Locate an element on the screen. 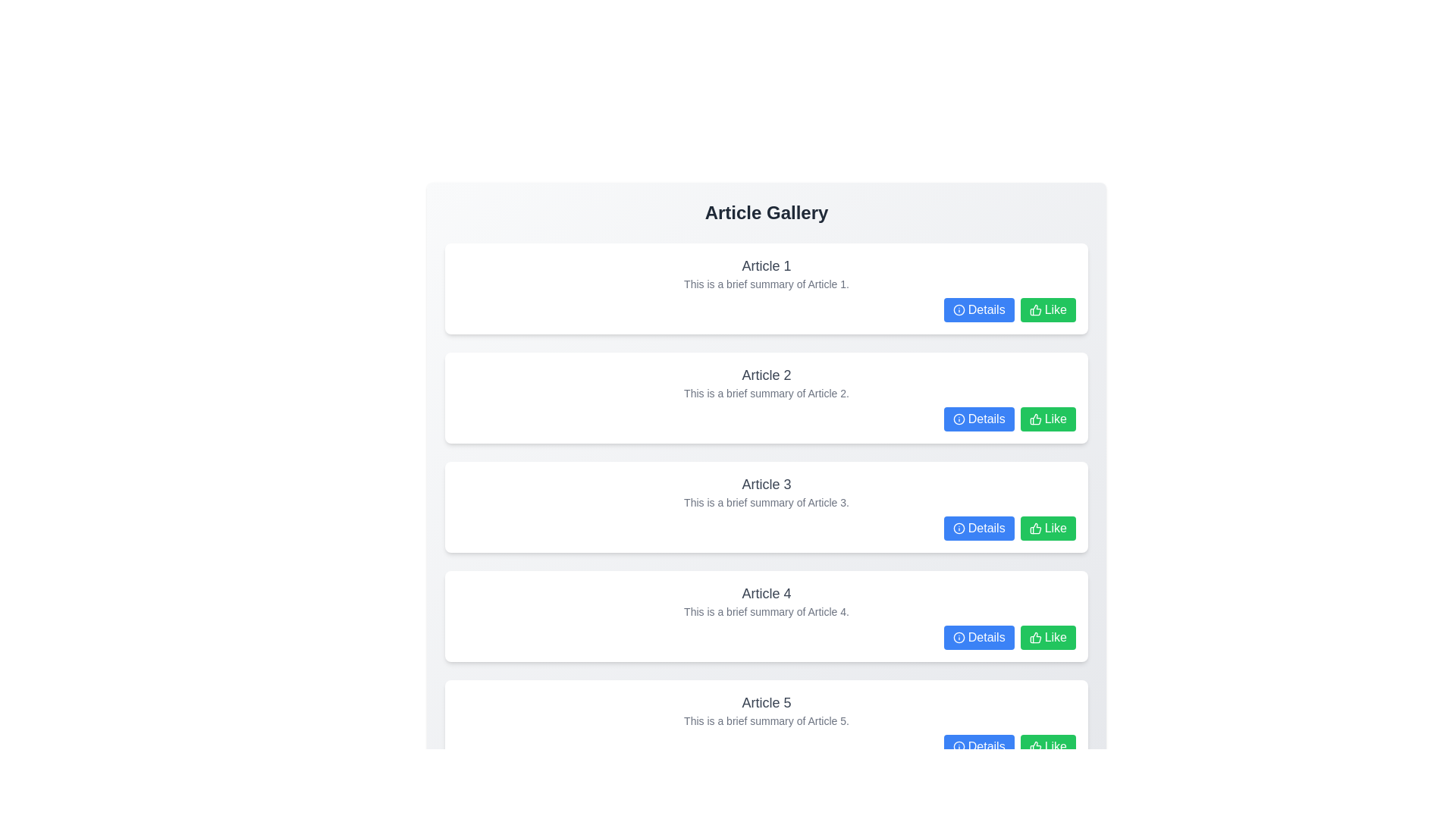  the 'like' button located in the 'Article 1' row of the article list is located at coordinates (1047, 309).